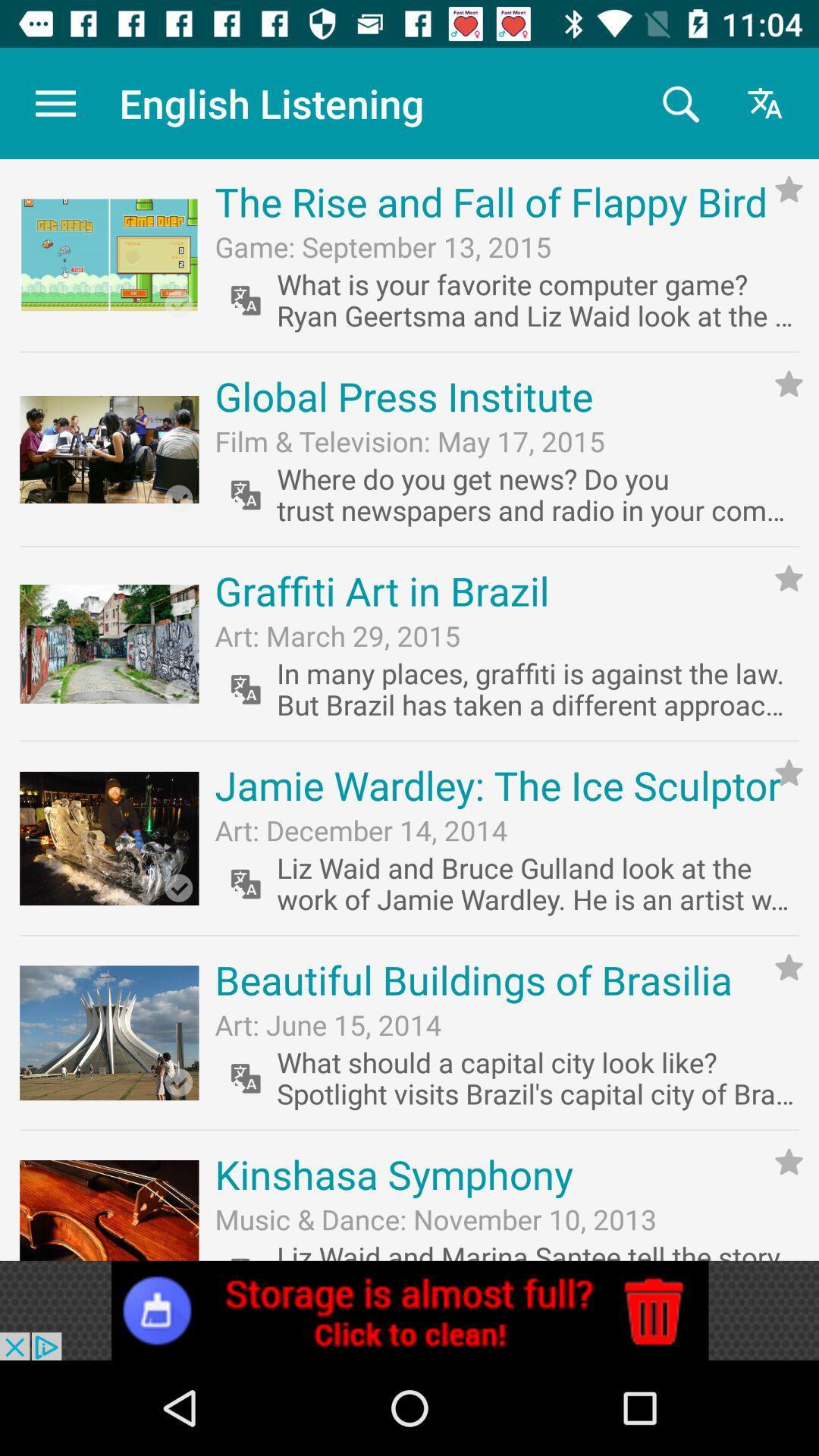 This screenshot has height=1456, width=819. What do you see at coordinates (55, 102) in the screenshot?
I see `open menu` at bounding box center [55, 102].